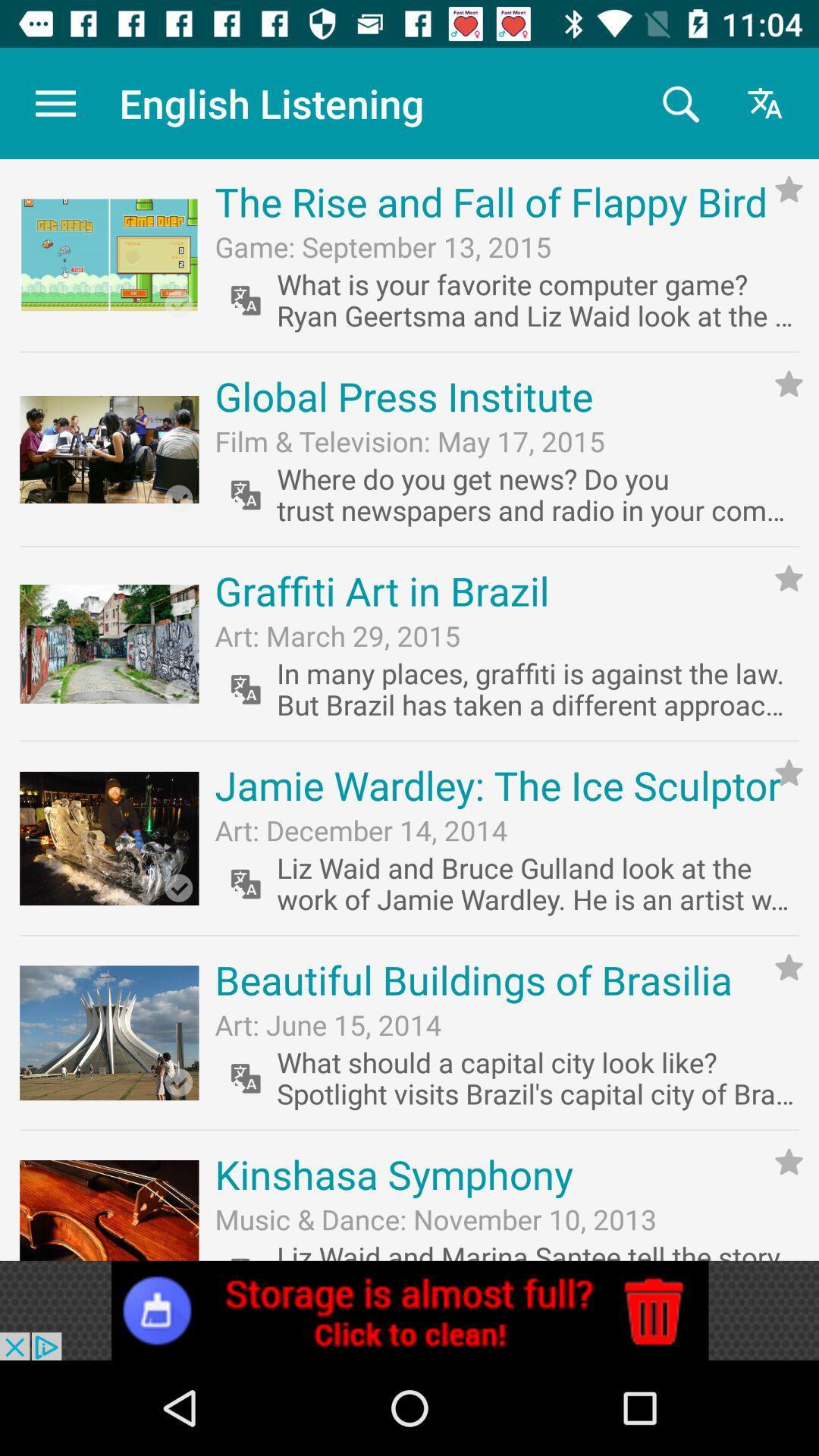 This screenshot has height=1456, width=819. What do you see at coordinates (55, 102) in the screenshot?
I see `open menu` at bounding box center [55, 102].